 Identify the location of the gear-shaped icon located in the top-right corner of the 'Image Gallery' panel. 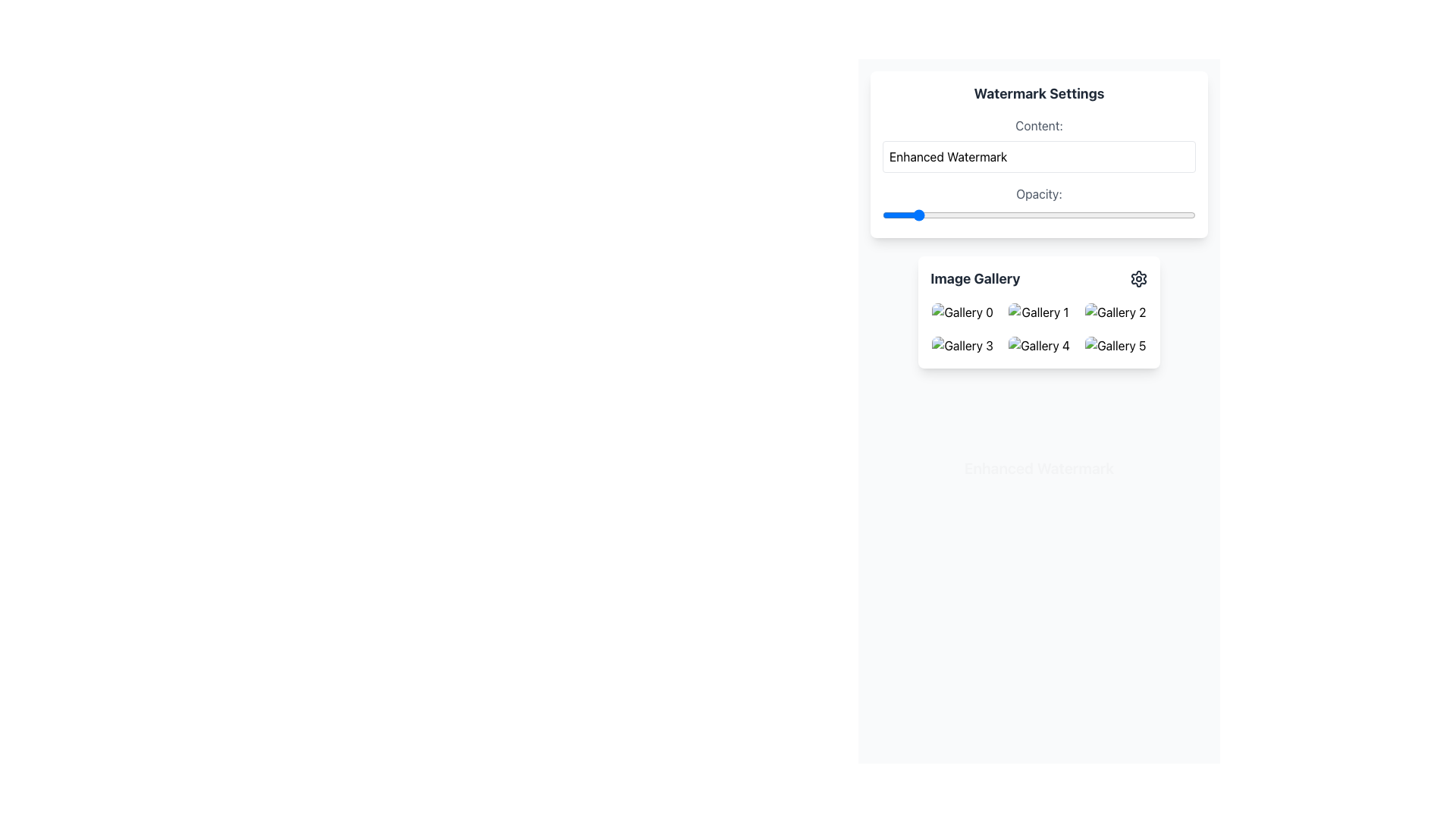
(1138, 278).